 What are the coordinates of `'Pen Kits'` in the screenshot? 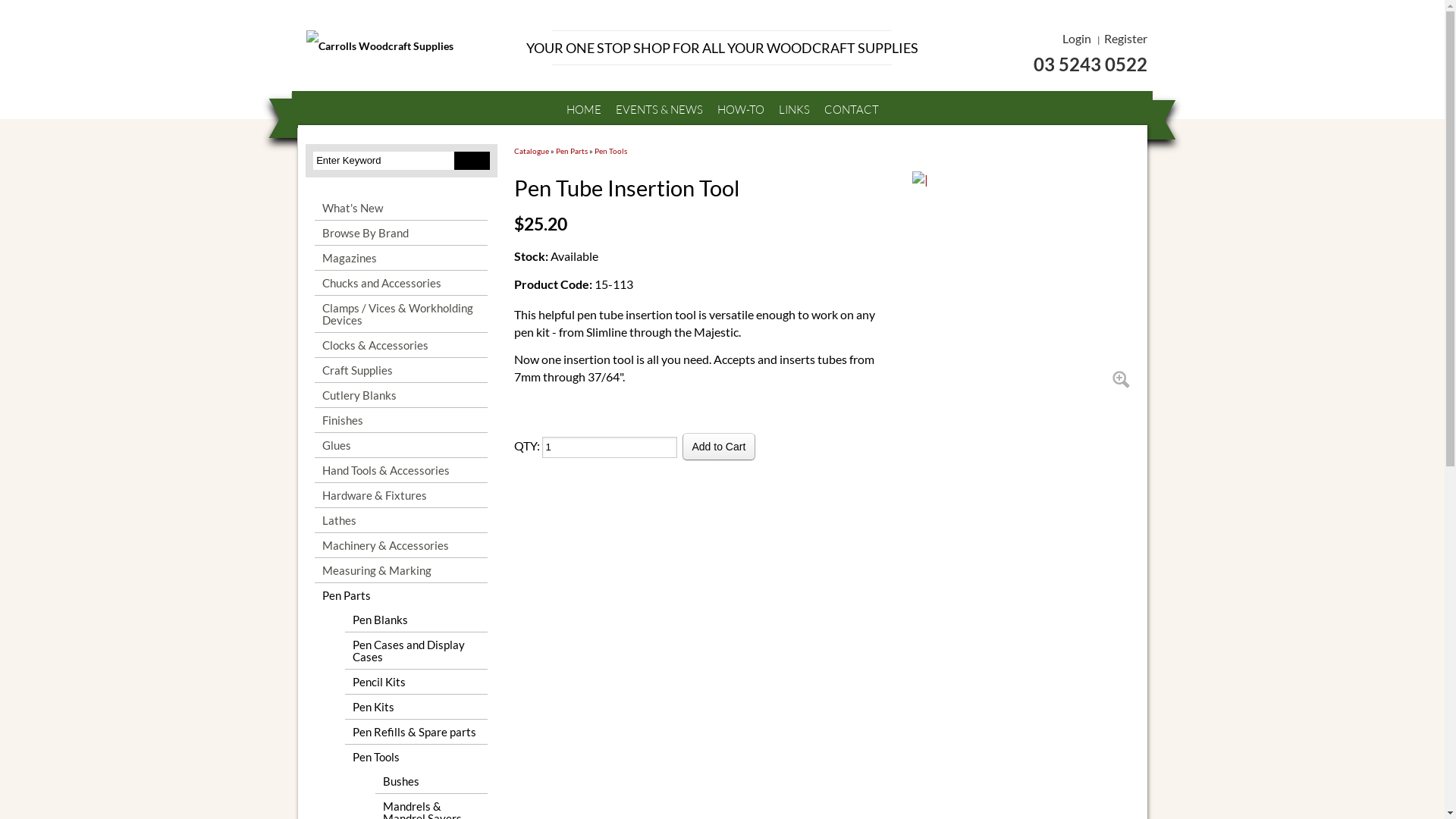 It's located at (416, 707).